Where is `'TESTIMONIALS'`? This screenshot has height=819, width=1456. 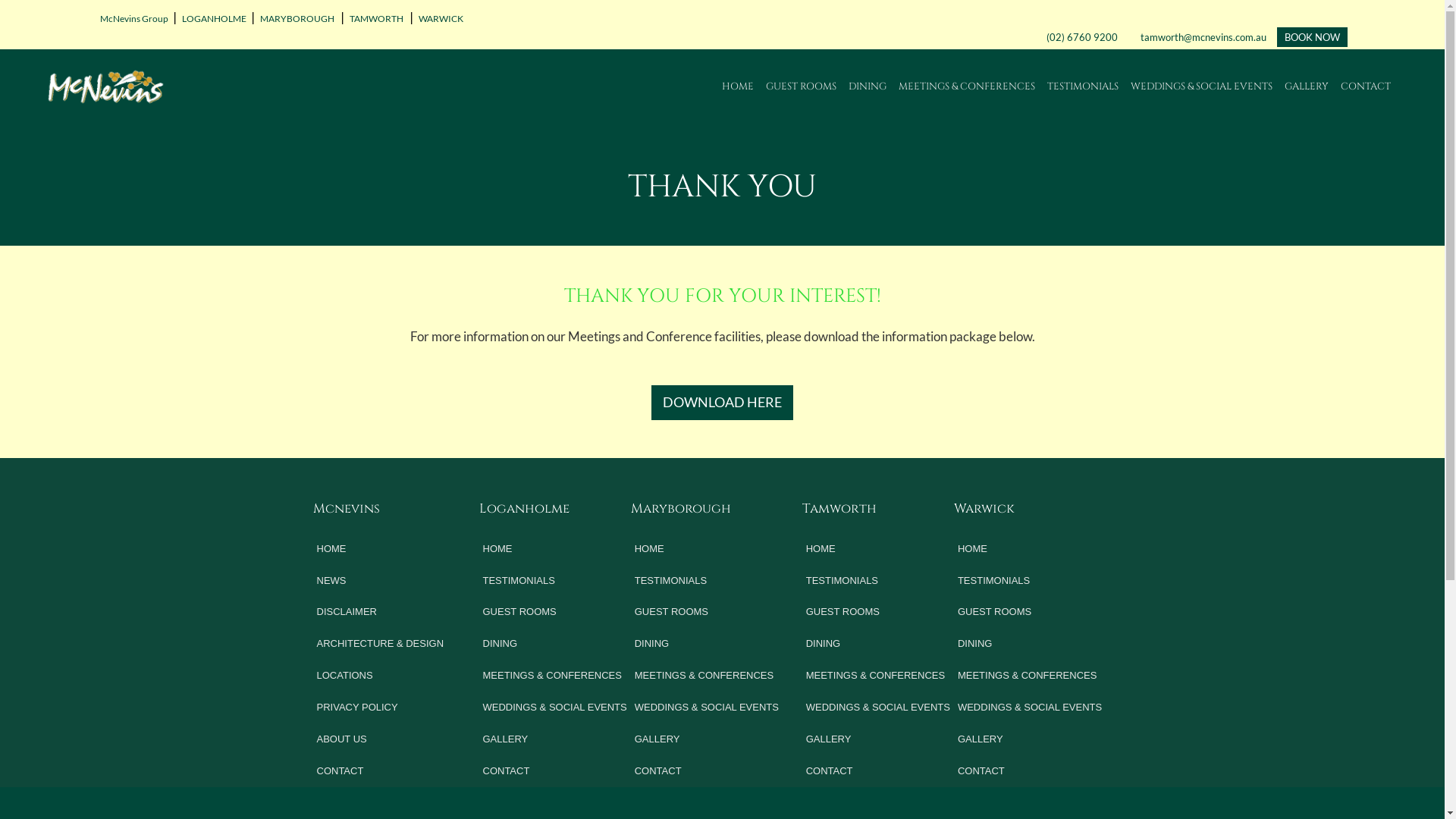
'TESTIMONIALS' is located at coordinates (880, 580).